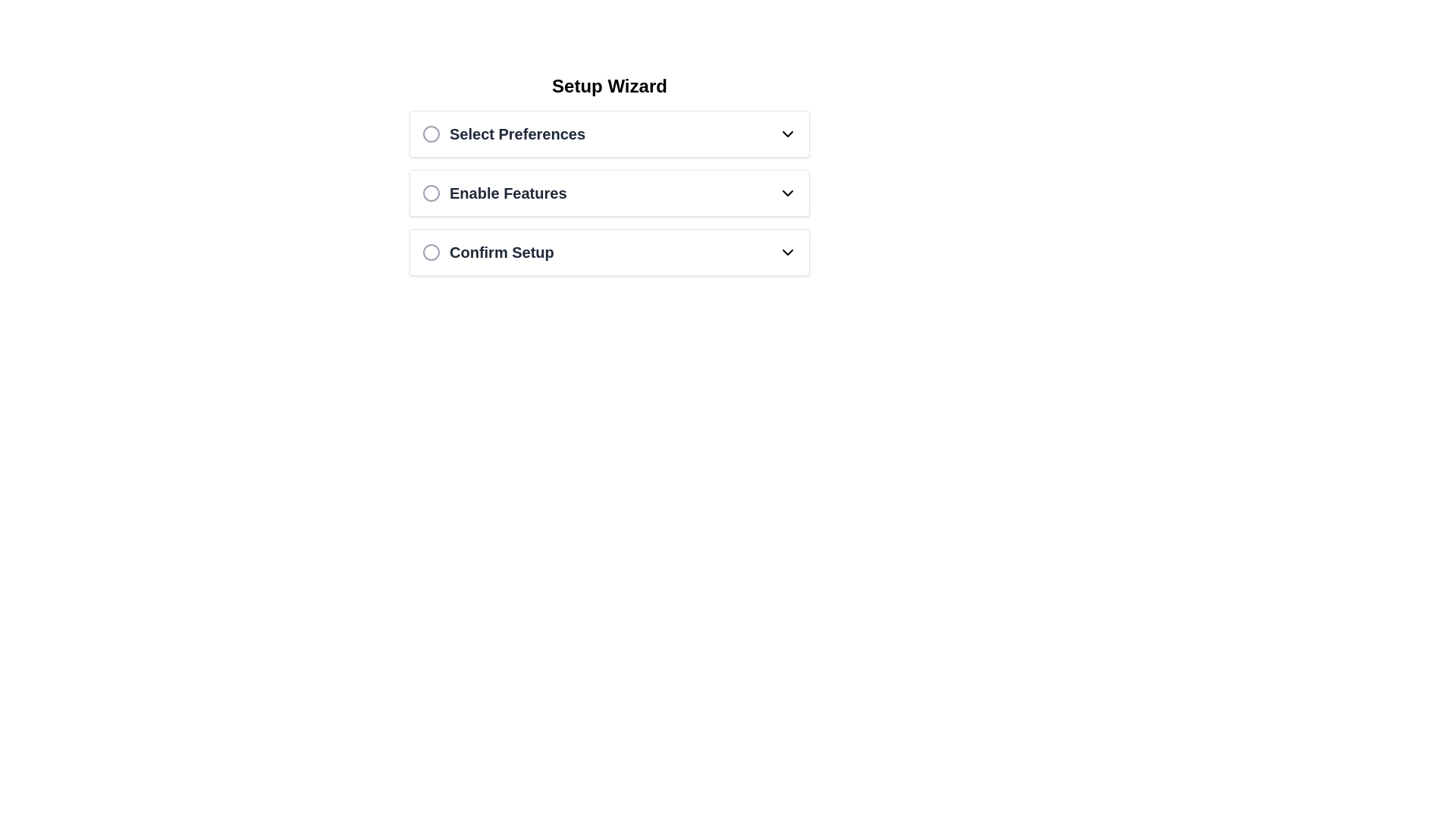 This screenshot has width=1456, height=819. What do you see at coordinates (494, 192) in the screenshot?
I see `the 'Enable Features' button located in the central region of the interface, which is the second option in a vertical sequence of three, below 'Select Preferences' and above 'Confirm Setup'` at bounding box center [494, 192].